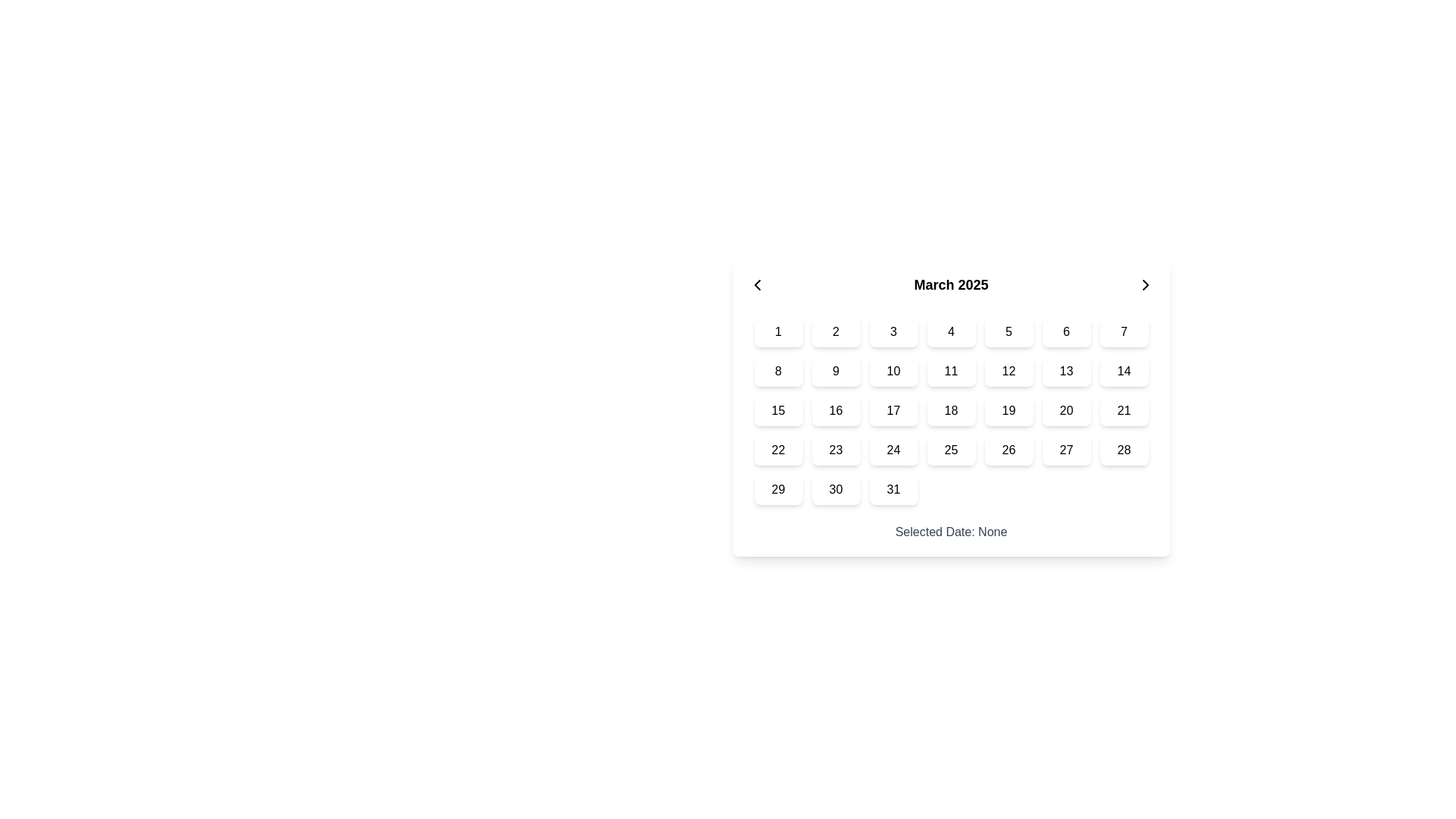 Image resolution: width=1456 pixels, height=819 pixels. What do you see at coordinates (835, 371) in the screenshot?
I see `the rounded rectangular button with a white background and the text '9' in black, which is the second item in the second row of a 7-column grid layout` at bounding box center [835, 371].